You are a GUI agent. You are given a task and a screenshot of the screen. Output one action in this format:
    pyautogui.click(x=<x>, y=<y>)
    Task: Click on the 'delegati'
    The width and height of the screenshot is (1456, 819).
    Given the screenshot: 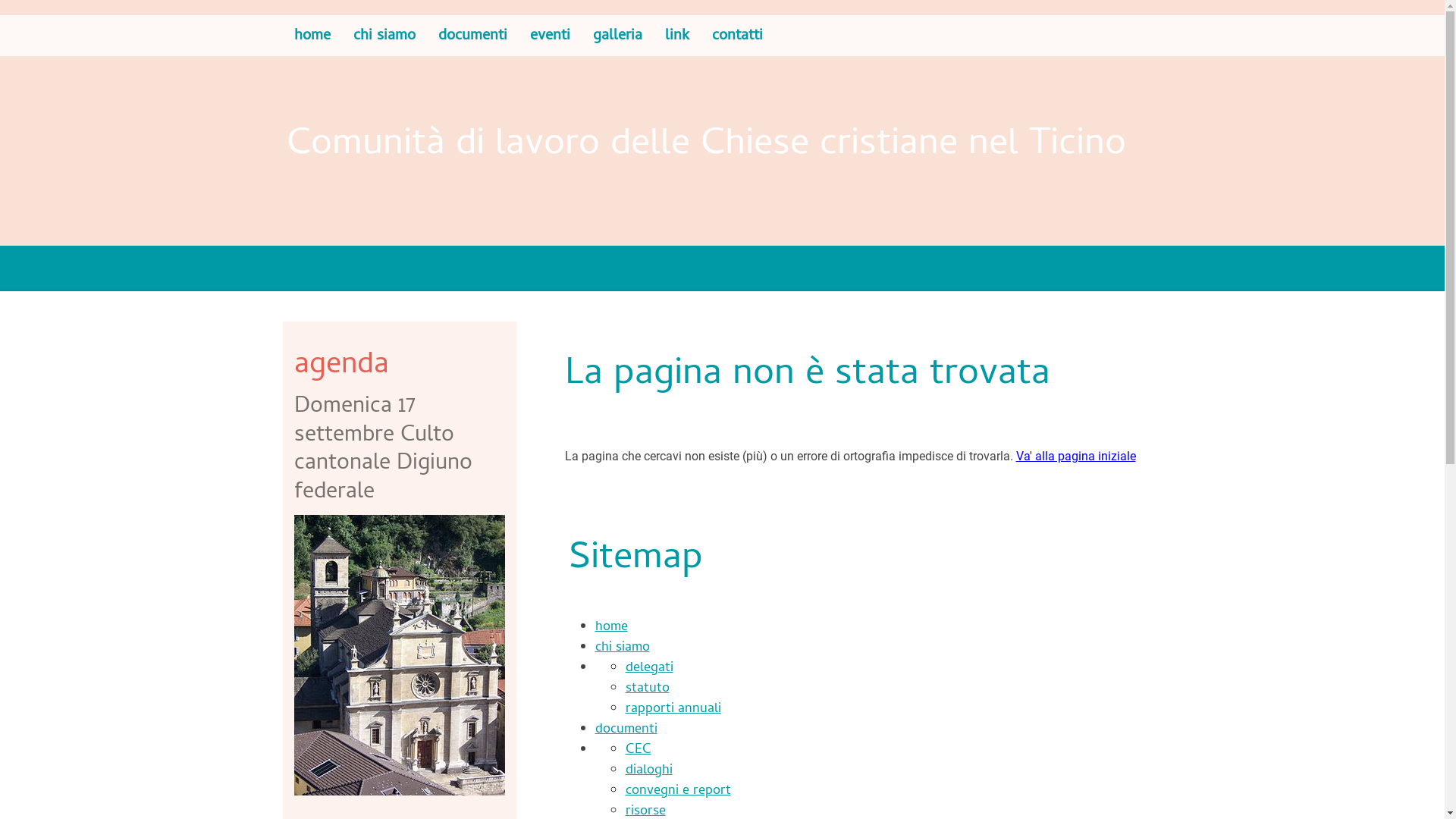 What is the action you would take?
    pyautogui.click(x=648, y=667)
    